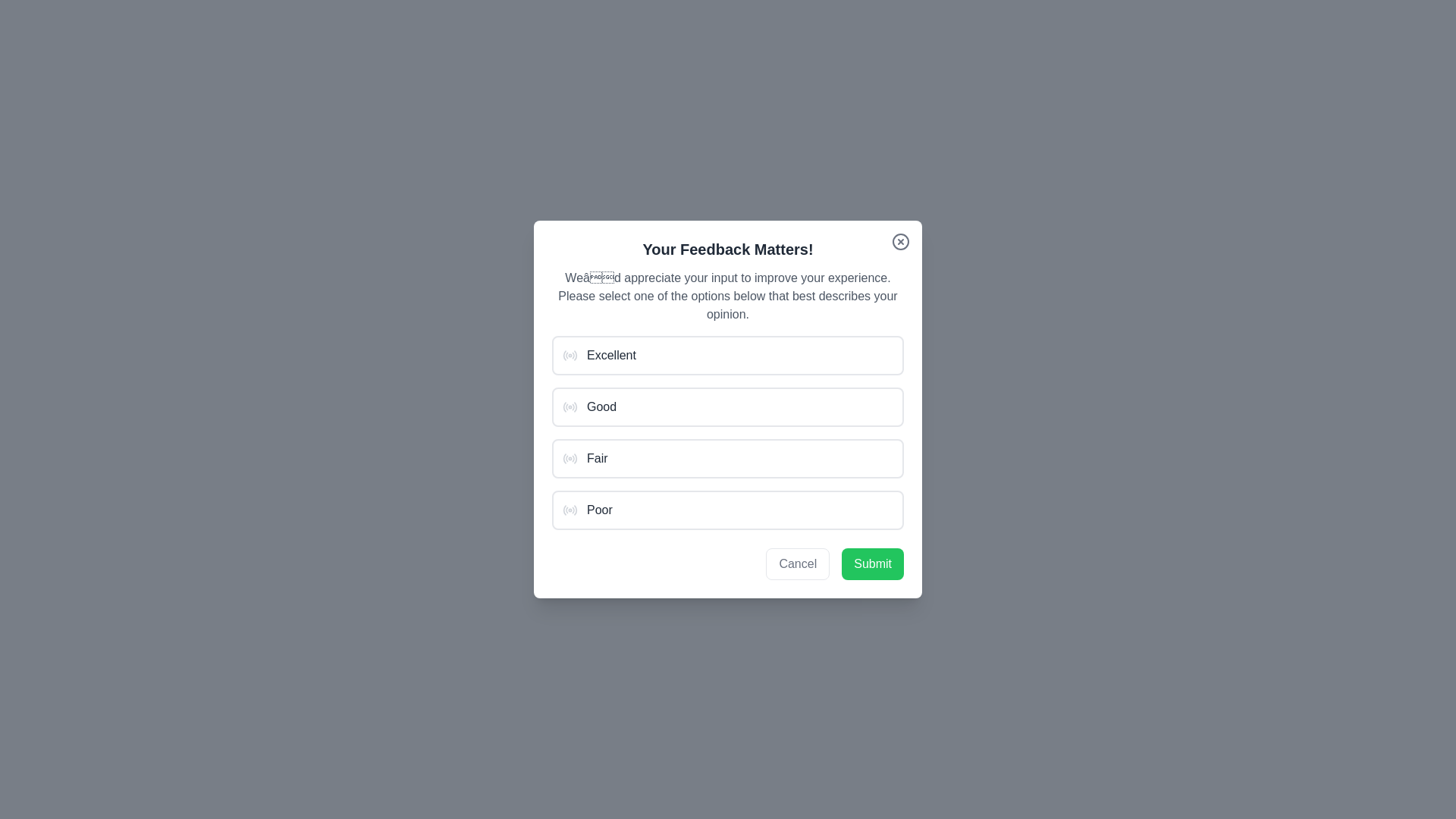 The height and width of the screenshot is (819, 1456). What do you see at coordinates (796, 564) in the screenshot?
I see `'Cancel' button to dismiss the dialog` at bounding box center [796, 564].